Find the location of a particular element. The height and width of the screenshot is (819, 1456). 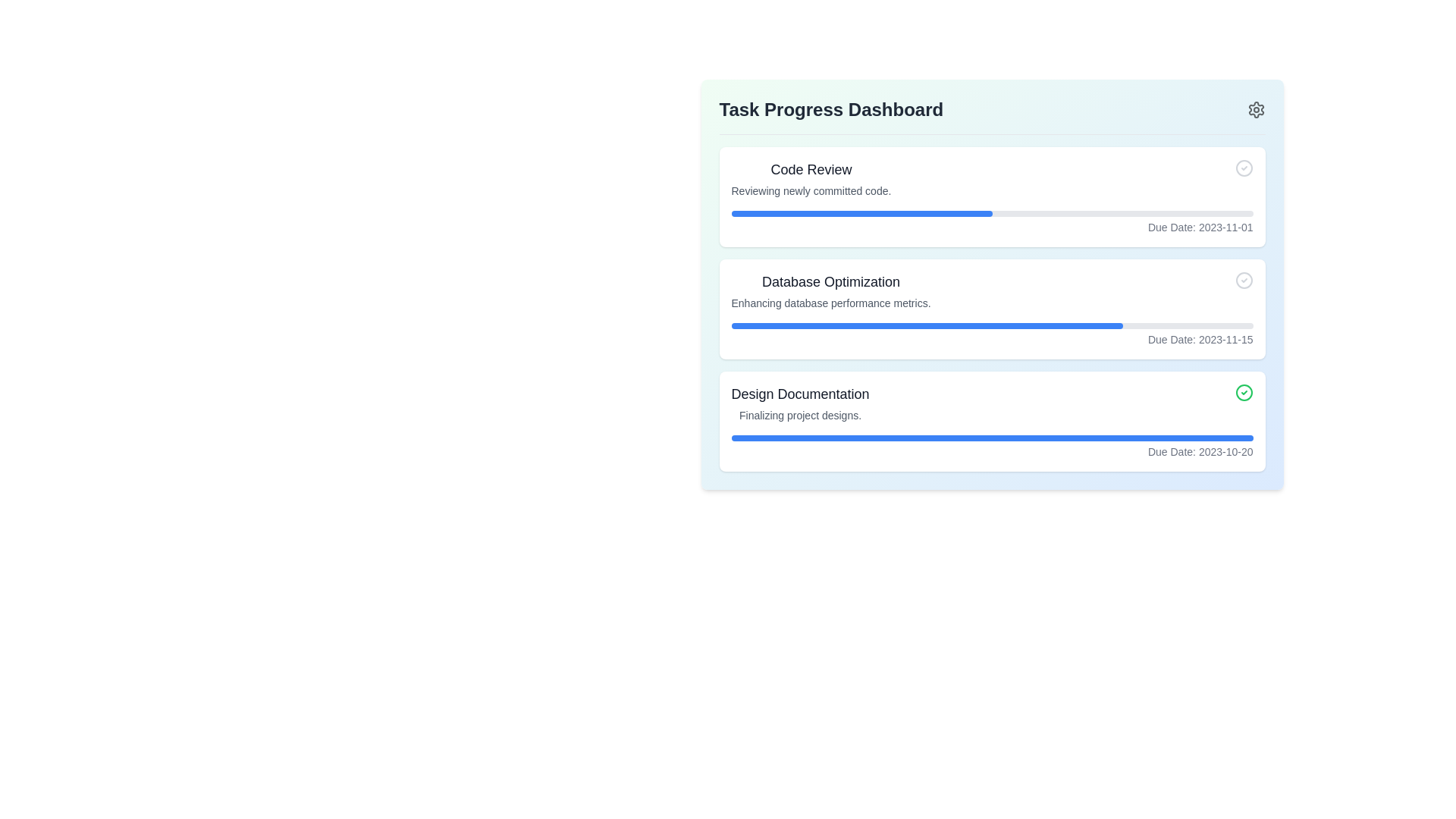

green circular outline with a solid green center of the checkmark icon associated with the 'Design Documentation' row by clicking on it is located at coordinates (1244, 391).